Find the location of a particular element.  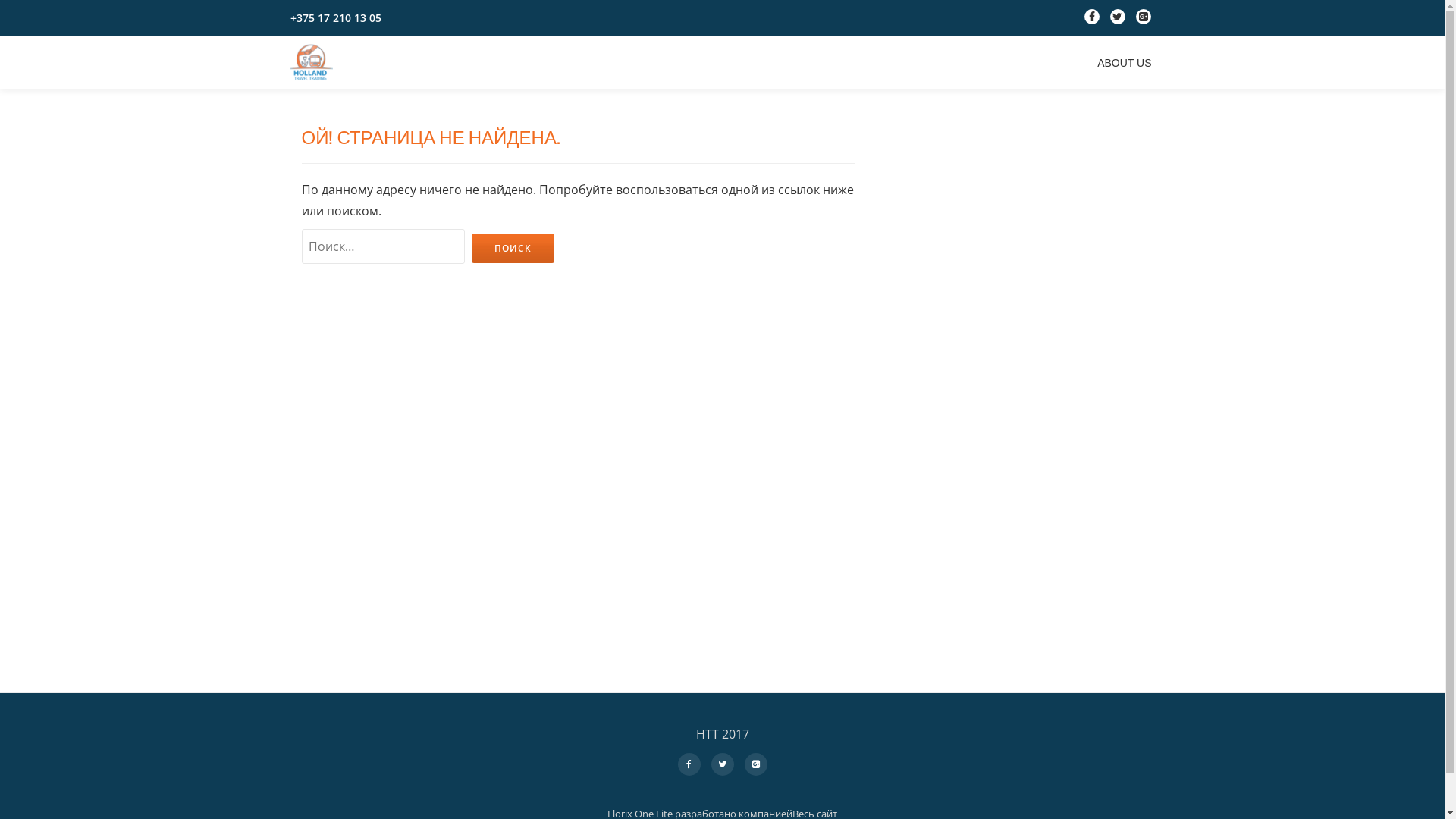

'fa-google-plus-square' is located at coordinates (755, 763).